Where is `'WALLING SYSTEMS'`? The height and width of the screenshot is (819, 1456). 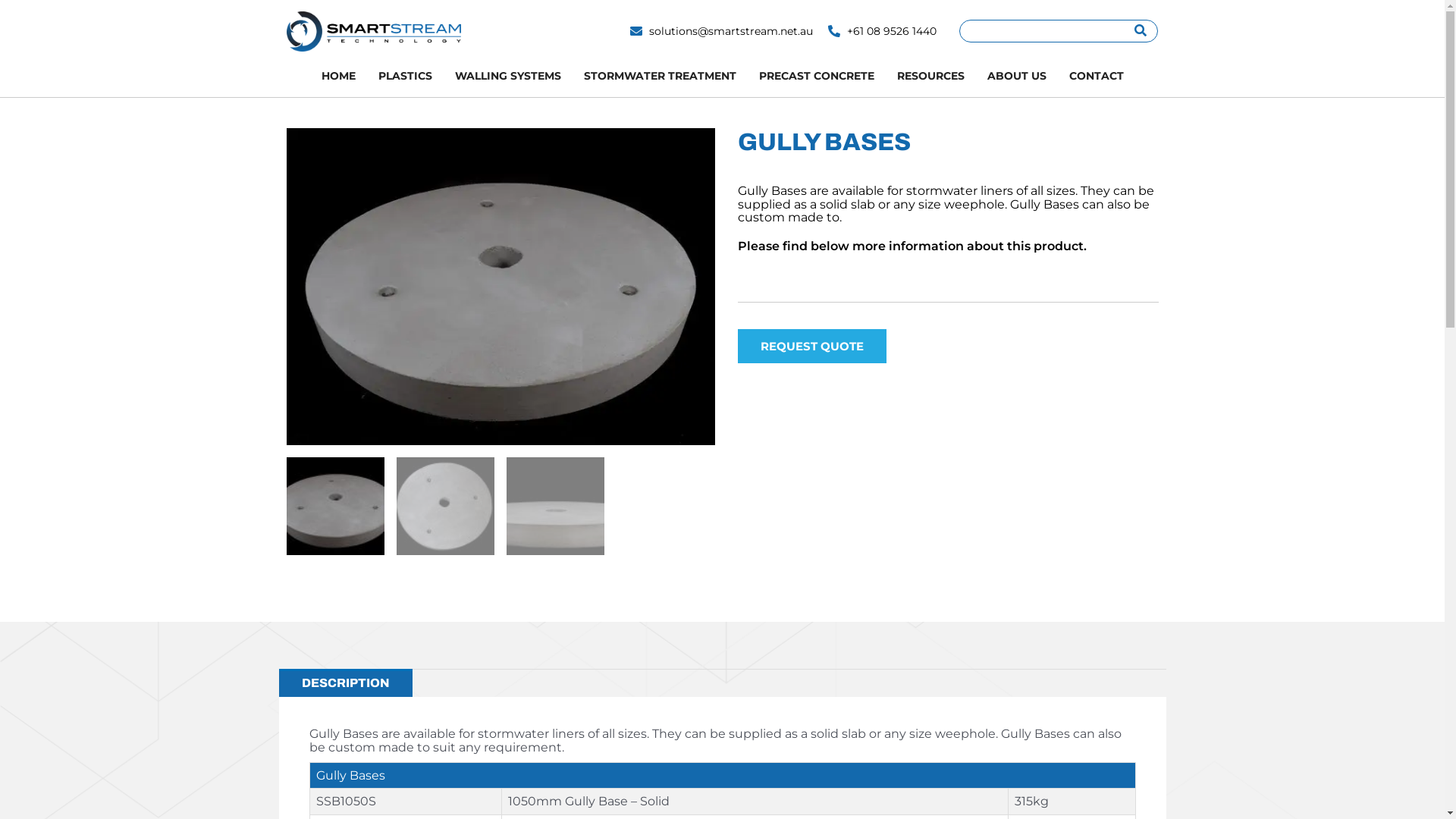 'WALLING SYSTEMS' is located at coordinates (442, 76).